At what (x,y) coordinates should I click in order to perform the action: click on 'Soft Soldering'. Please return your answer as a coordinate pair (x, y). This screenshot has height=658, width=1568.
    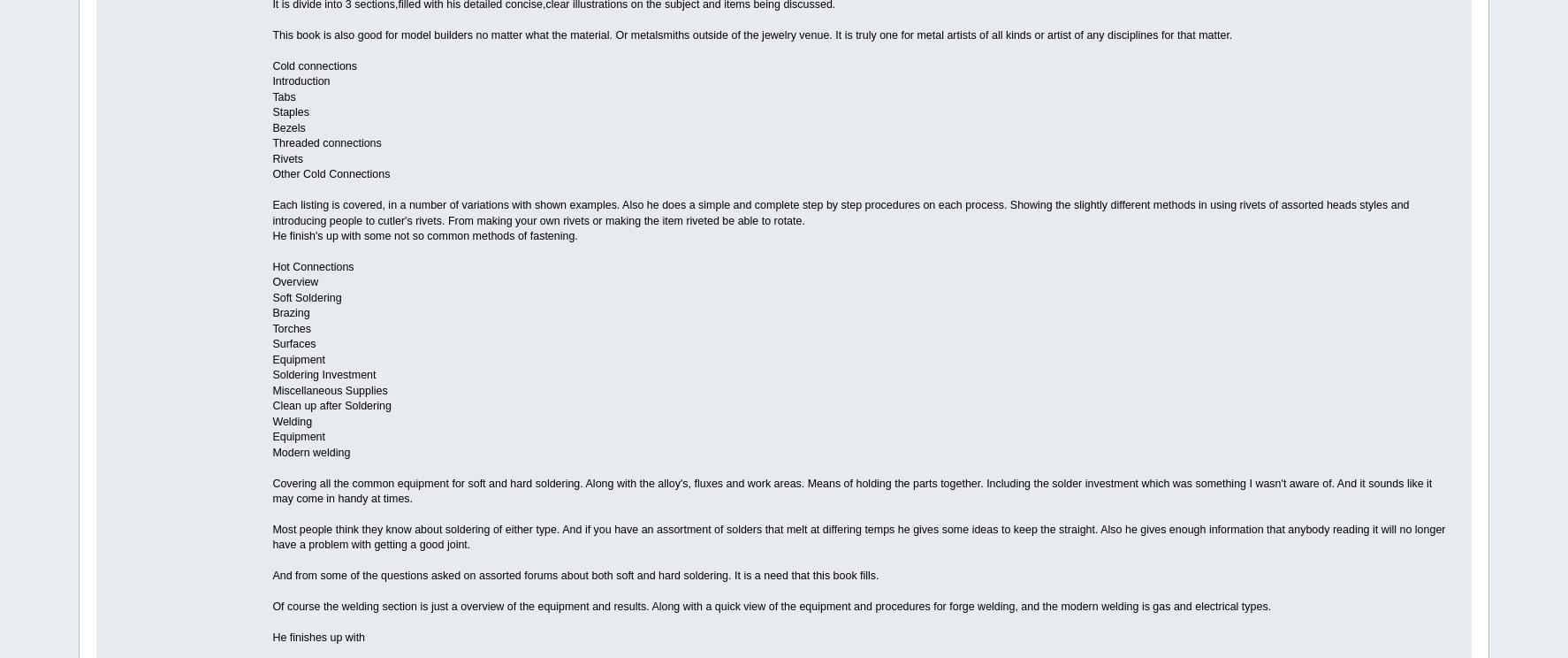
    Looking at the image, I should click on (306, 296).